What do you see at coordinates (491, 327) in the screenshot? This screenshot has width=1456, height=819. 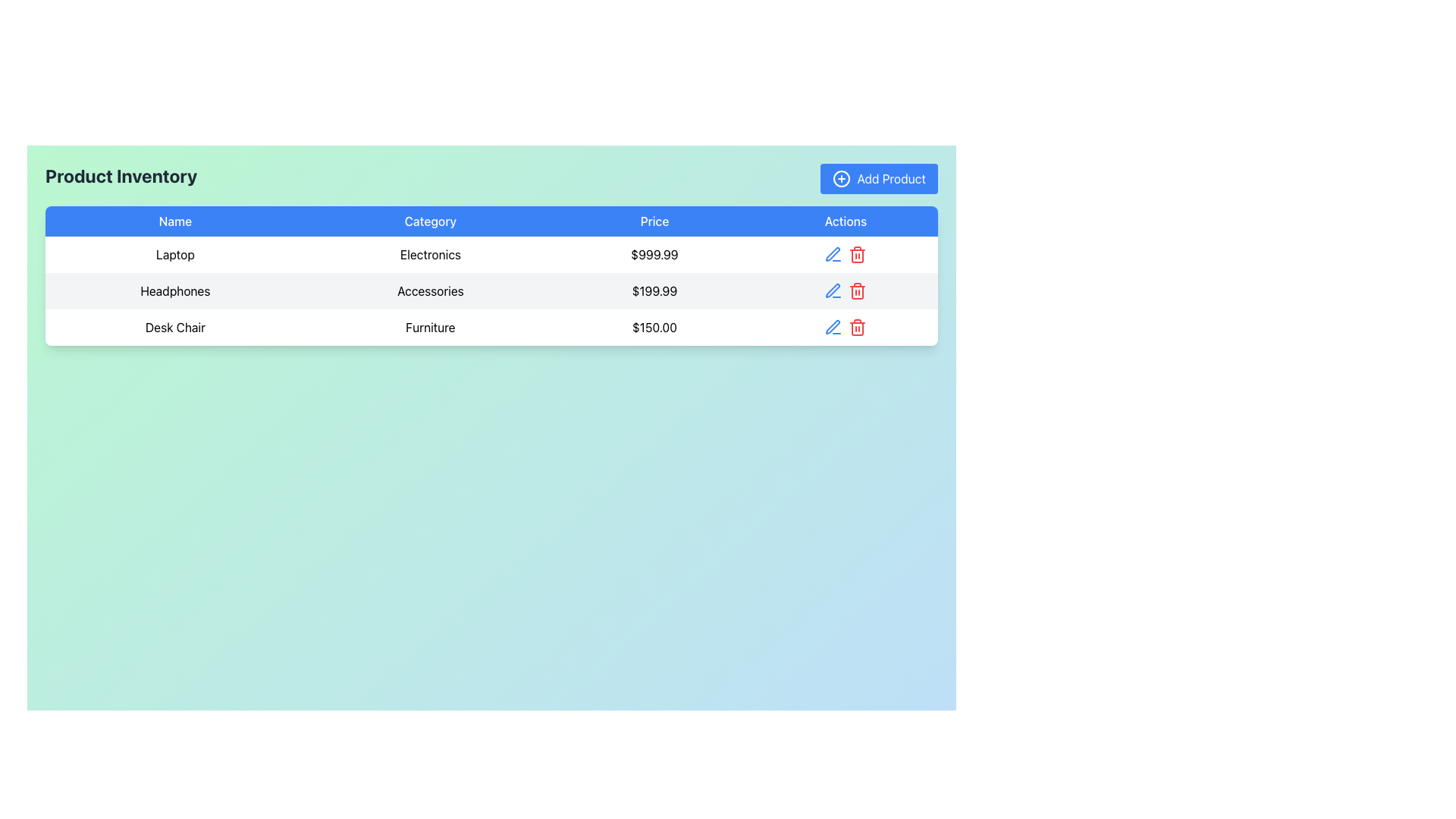 I see `the third row of the inventory table, which displays product information including name, category, and price, located below the rows for 'Laptop' and 'Headphones'` at bounding box center [491, 327].